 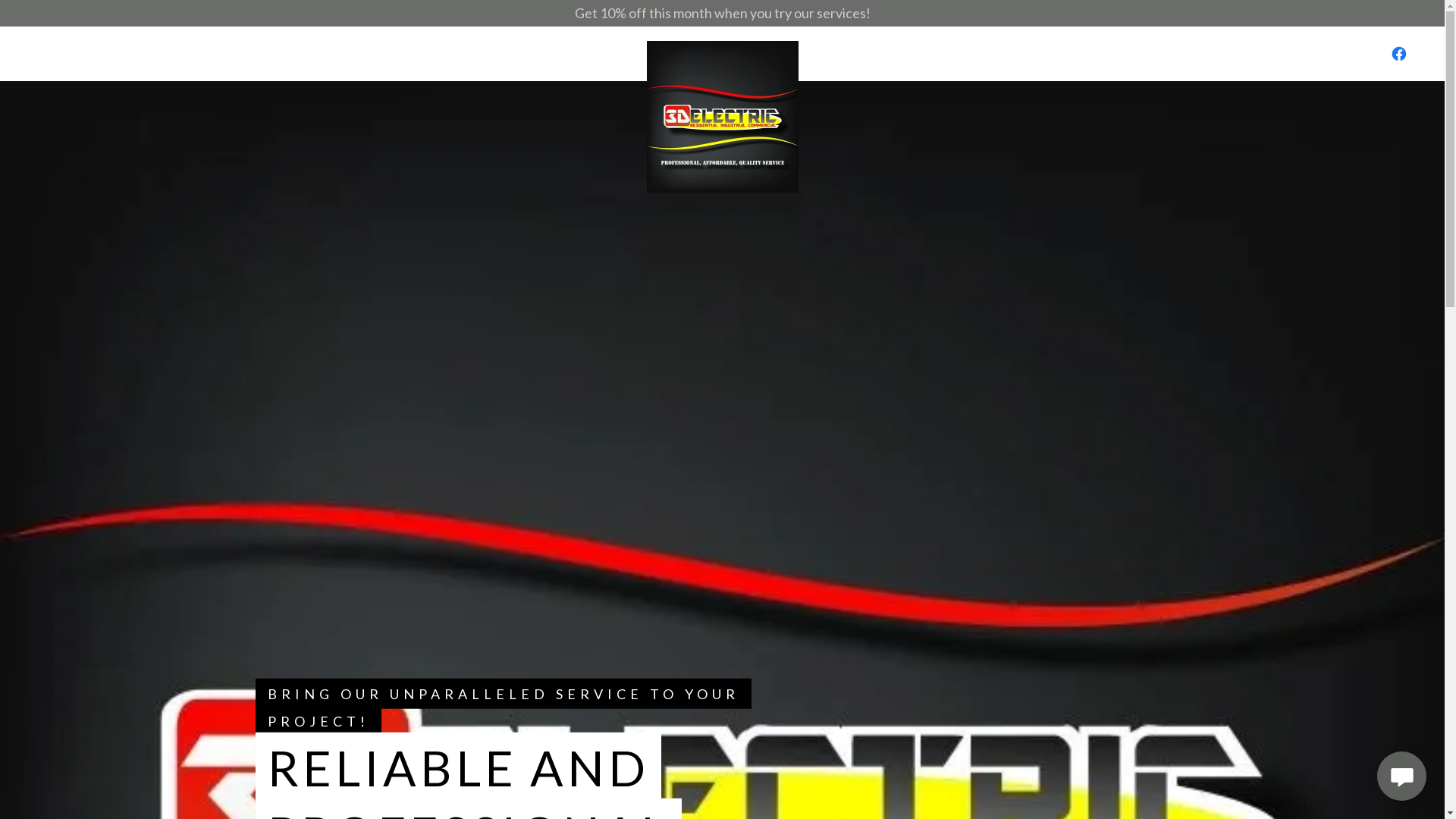 What do you see at coordinates (720, 52) in the screenshot?
I see `'3D Electric'` at bounding box center [720, 52].